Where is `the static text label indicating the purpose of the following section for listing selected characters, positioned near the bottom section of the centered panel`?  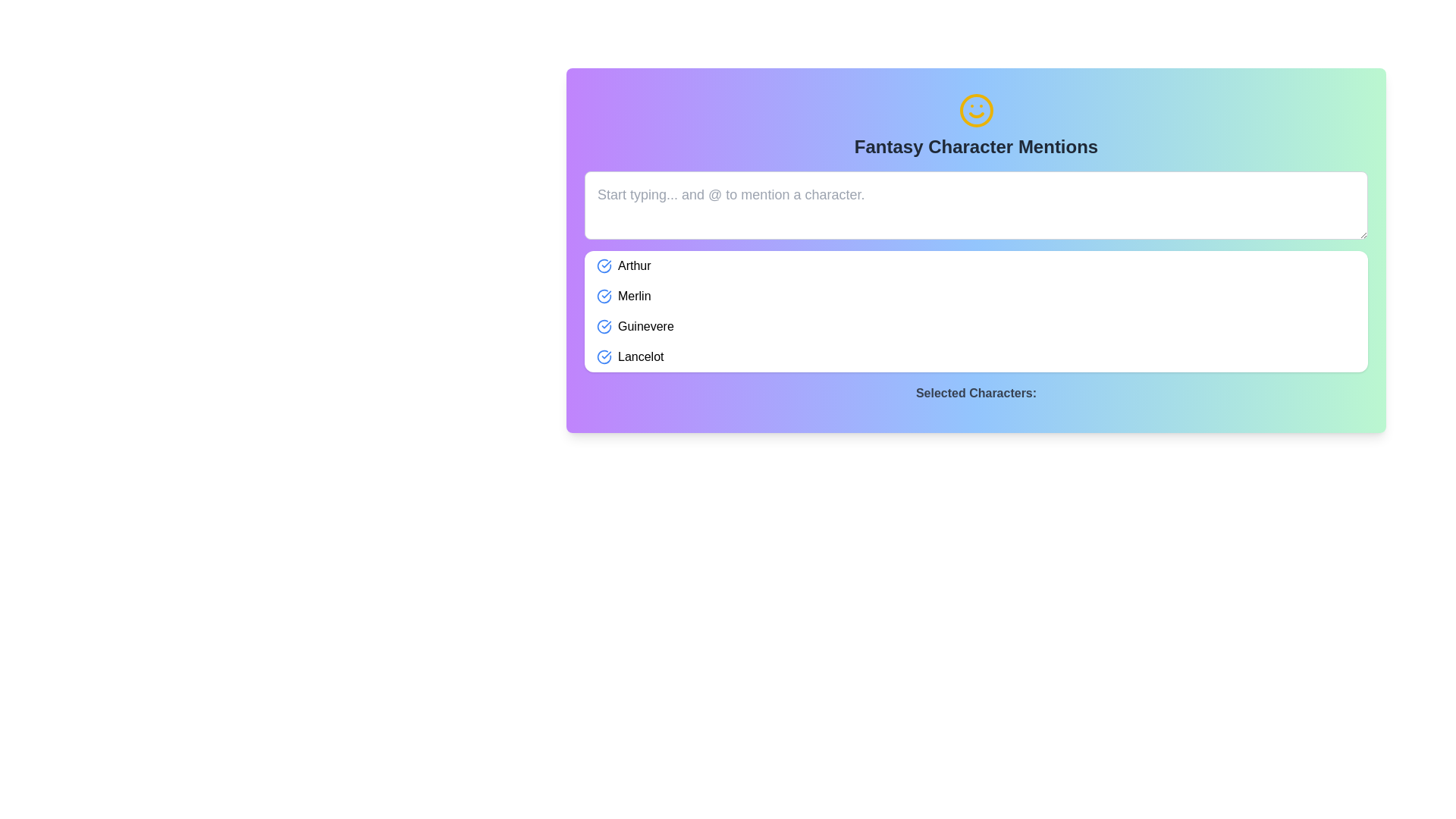 the static text label indicating the purpose of the following section for listing selected characters, positioned near the bottom section of the centered panel is located at coordinates (976, 393).